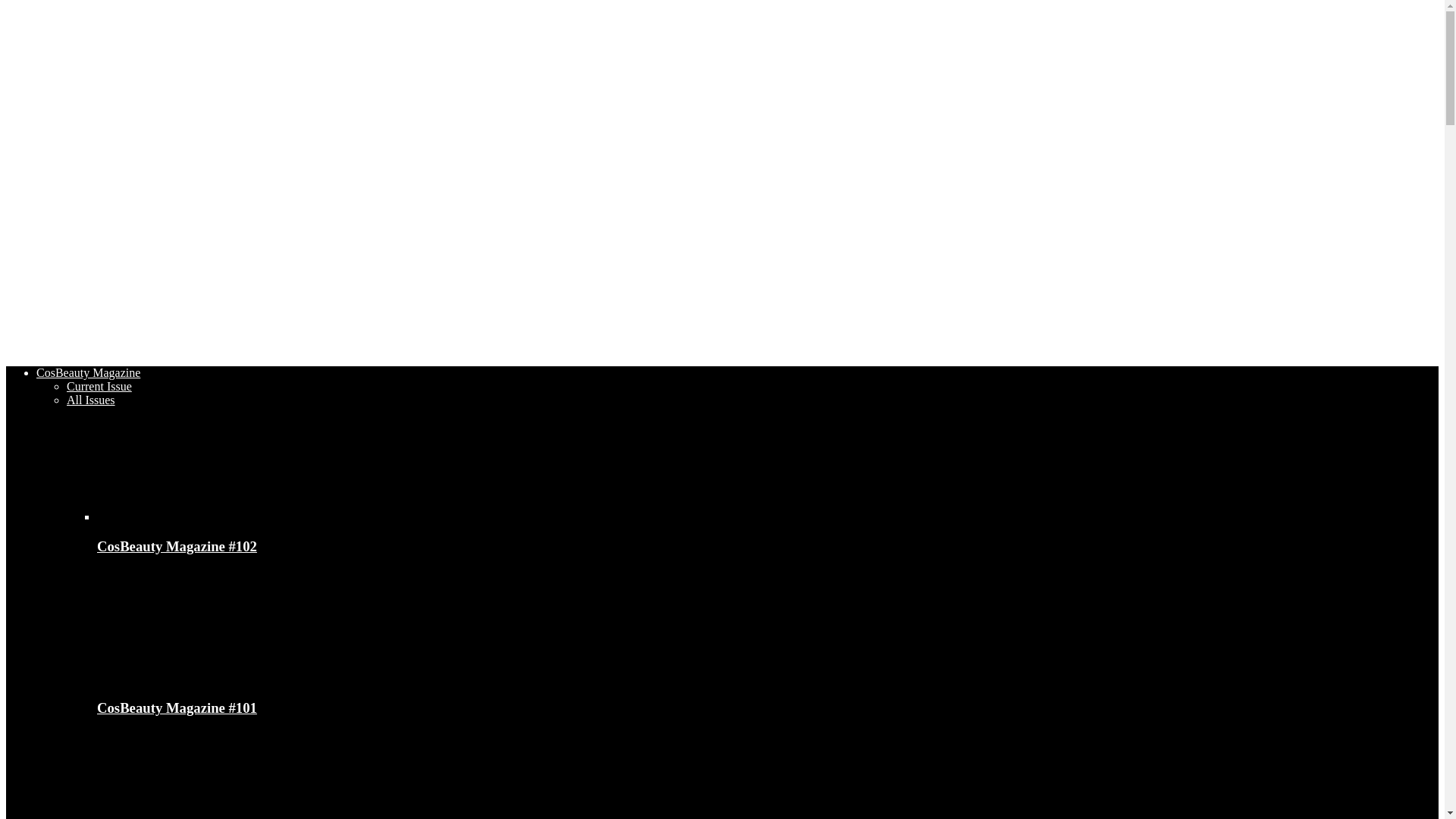 The height and width of the screenshot is (819, 1456). Describe the element at coordinates (98, 385) in the screenshot. I see `'Current Issue'` at that location.